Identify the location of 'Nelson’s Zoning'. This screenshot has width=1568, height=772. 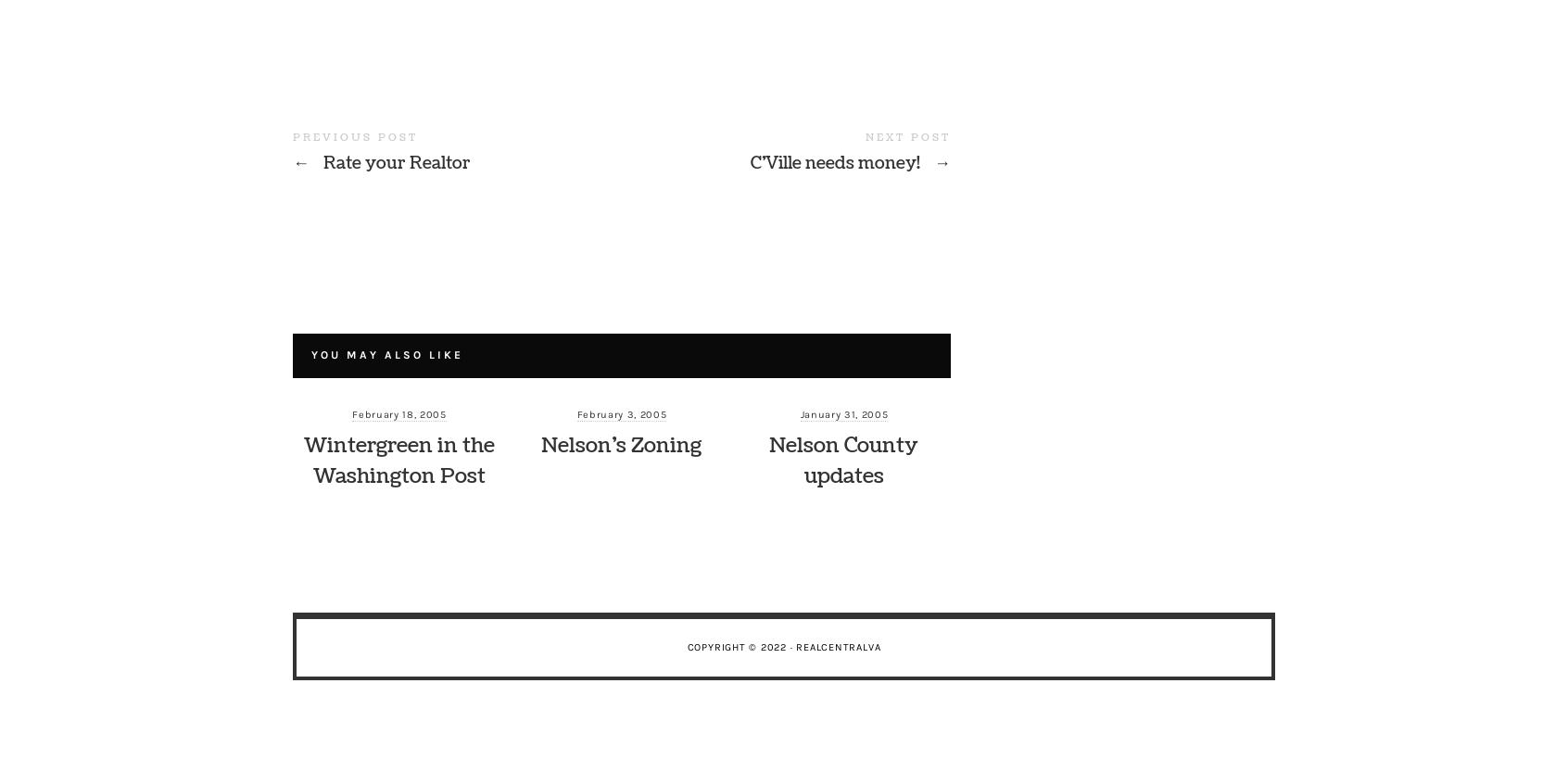
(621, 444).